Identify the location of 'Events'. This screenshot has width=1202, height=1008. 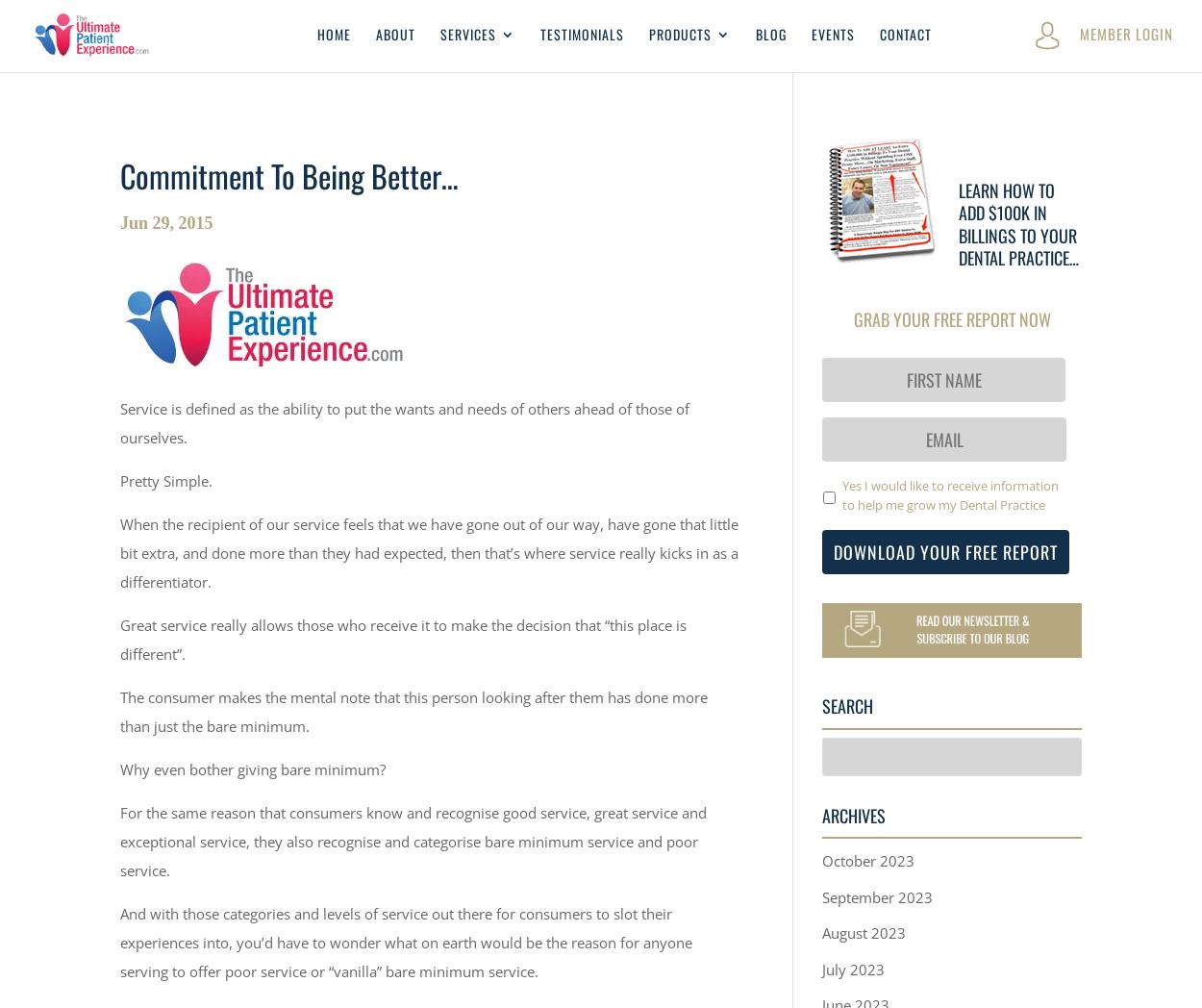
(832, 32).